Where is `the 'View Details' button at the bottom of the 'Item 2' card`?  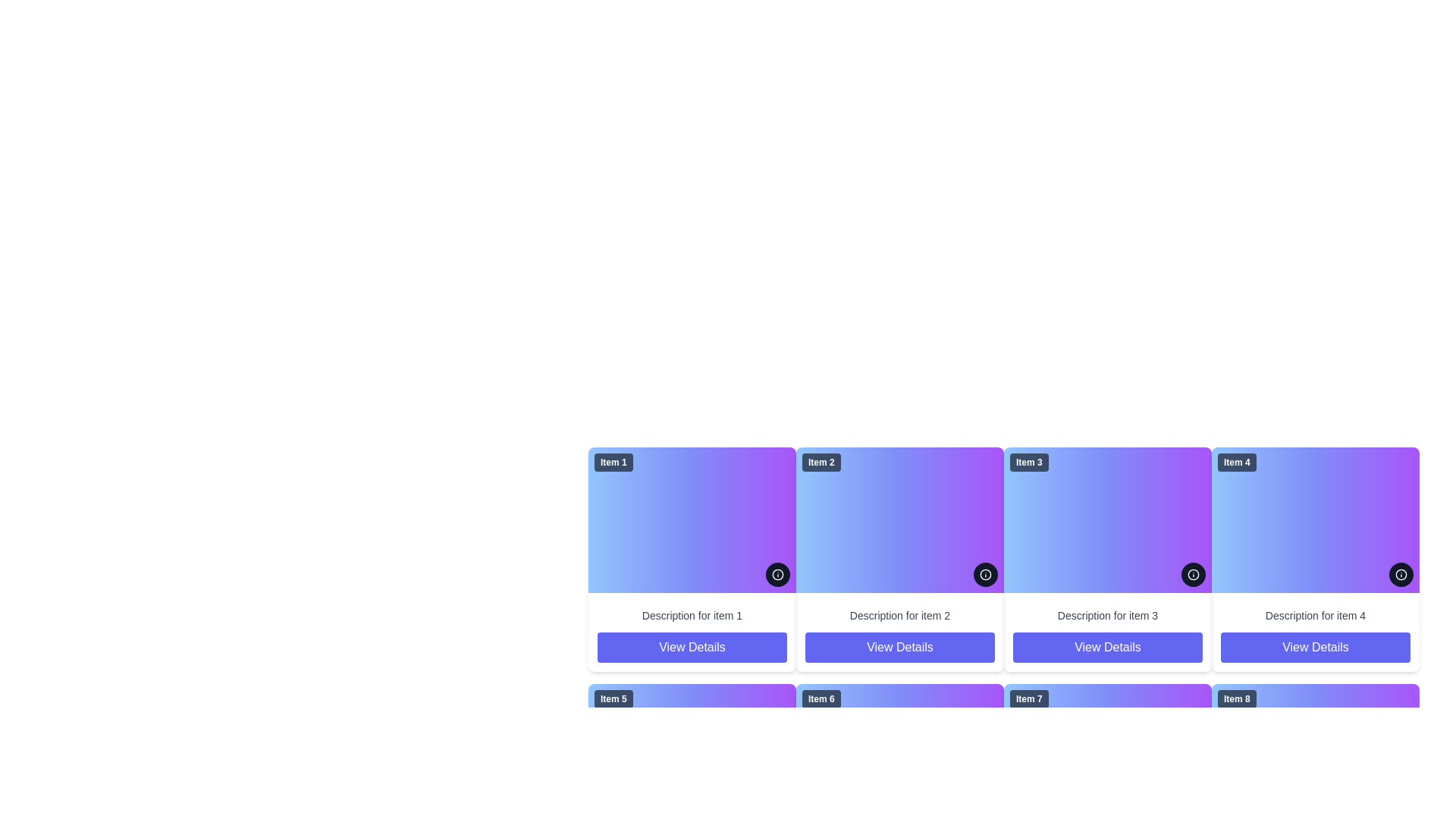
the 'View Details' button at the bottom of the 'Item 2' card is located at coordinates (899, 647).